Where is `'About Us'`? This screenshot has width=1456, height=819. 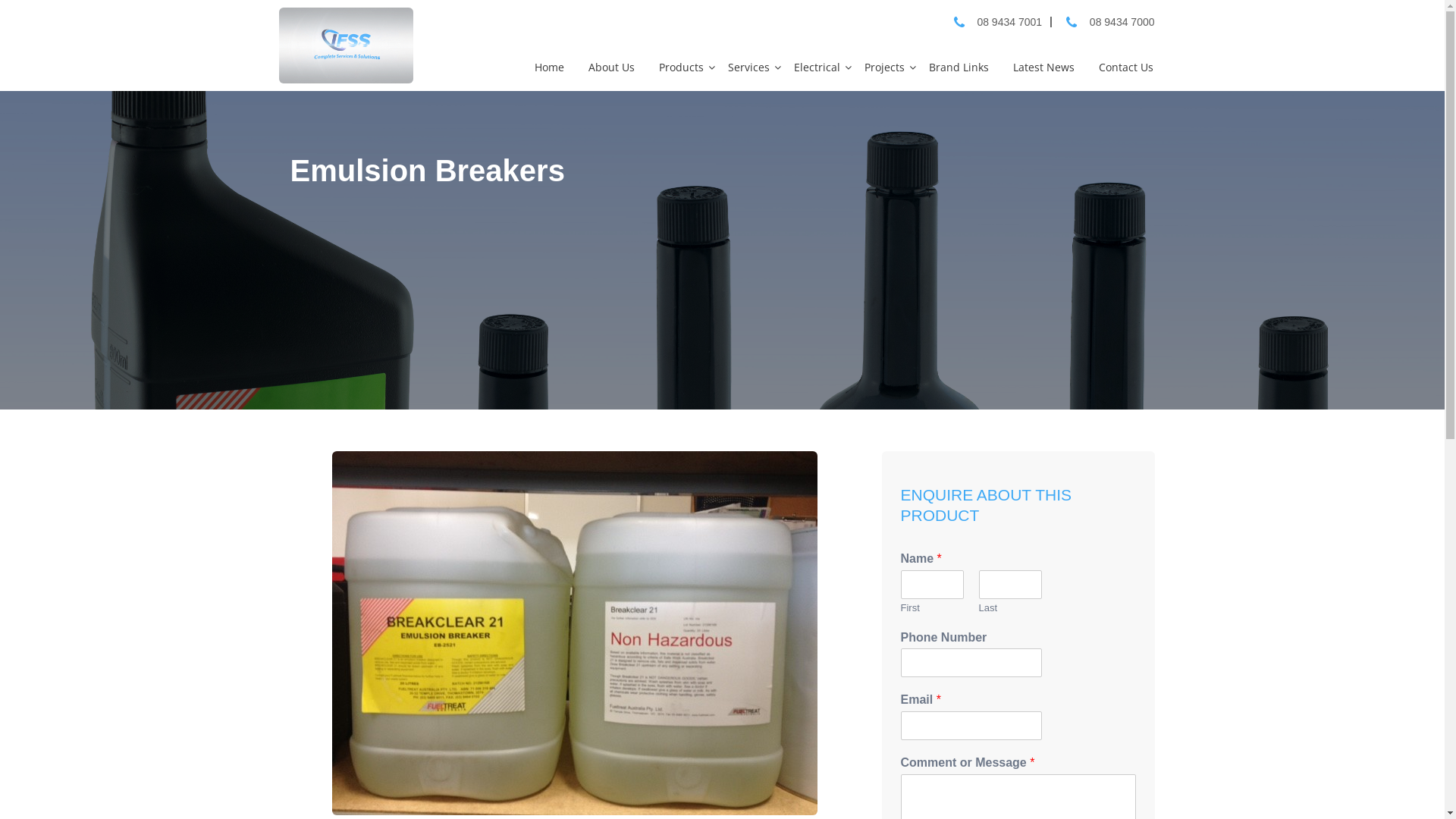
'About Us' is located at coordinates (611, 66).